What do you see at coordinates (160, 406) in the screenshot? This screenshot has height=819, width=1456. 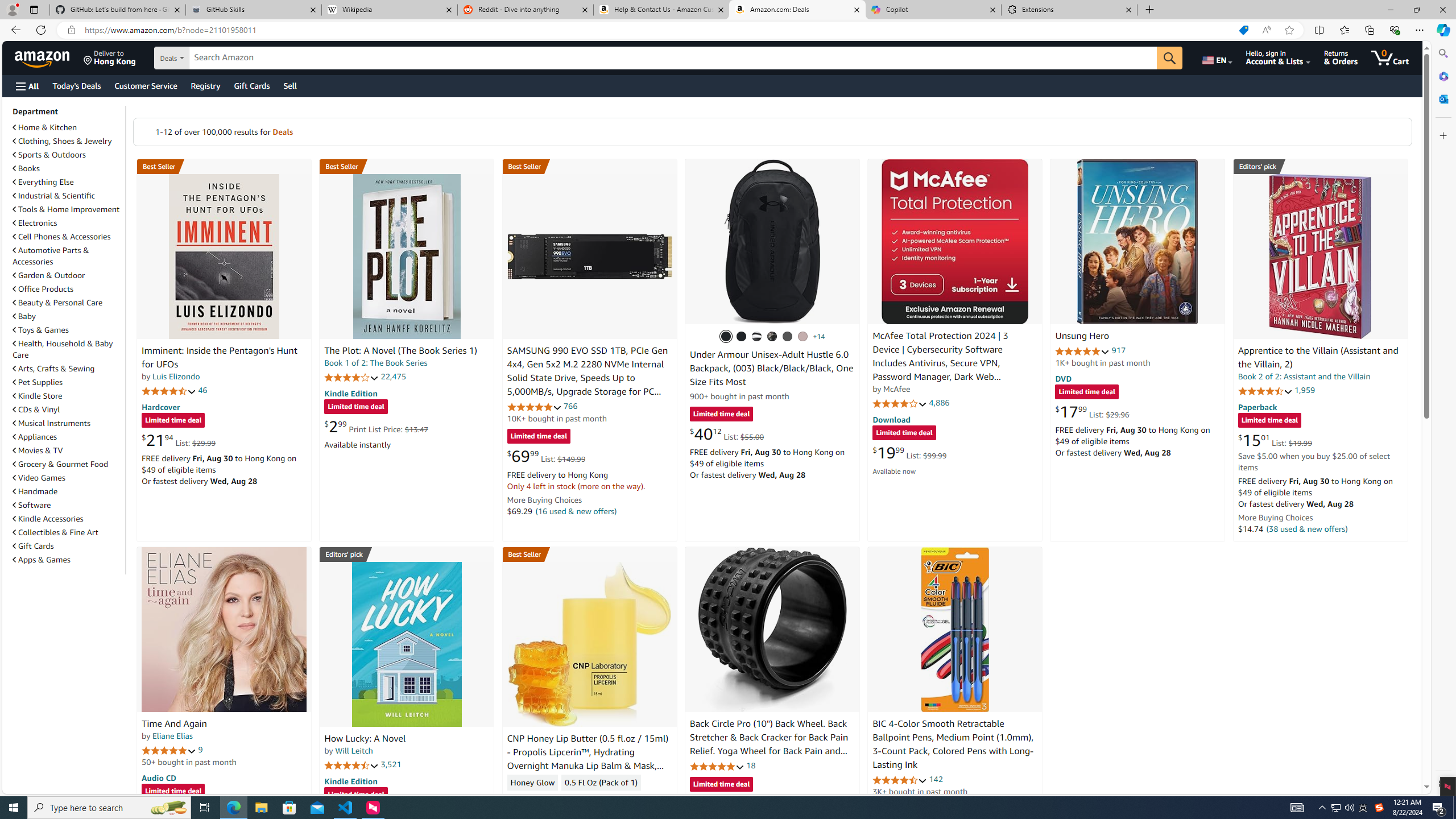 I see `'Hardcover'` at bounding box center [160, 406].